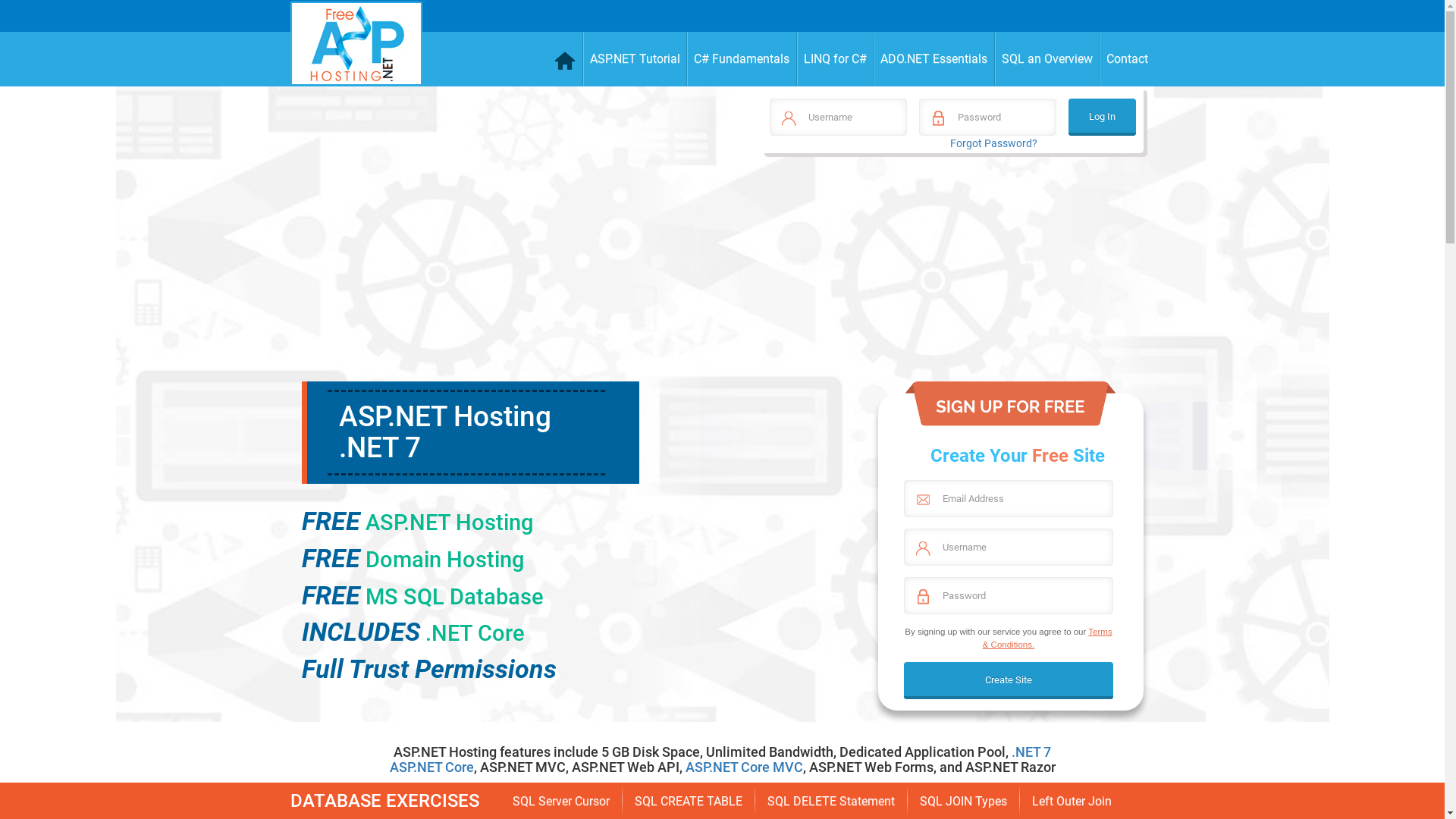 The height and width of the screenshot is (819, 1456). Describe the element at coordinates (950, 275) in the screenshot. I see `'Advertisement'` at that location.